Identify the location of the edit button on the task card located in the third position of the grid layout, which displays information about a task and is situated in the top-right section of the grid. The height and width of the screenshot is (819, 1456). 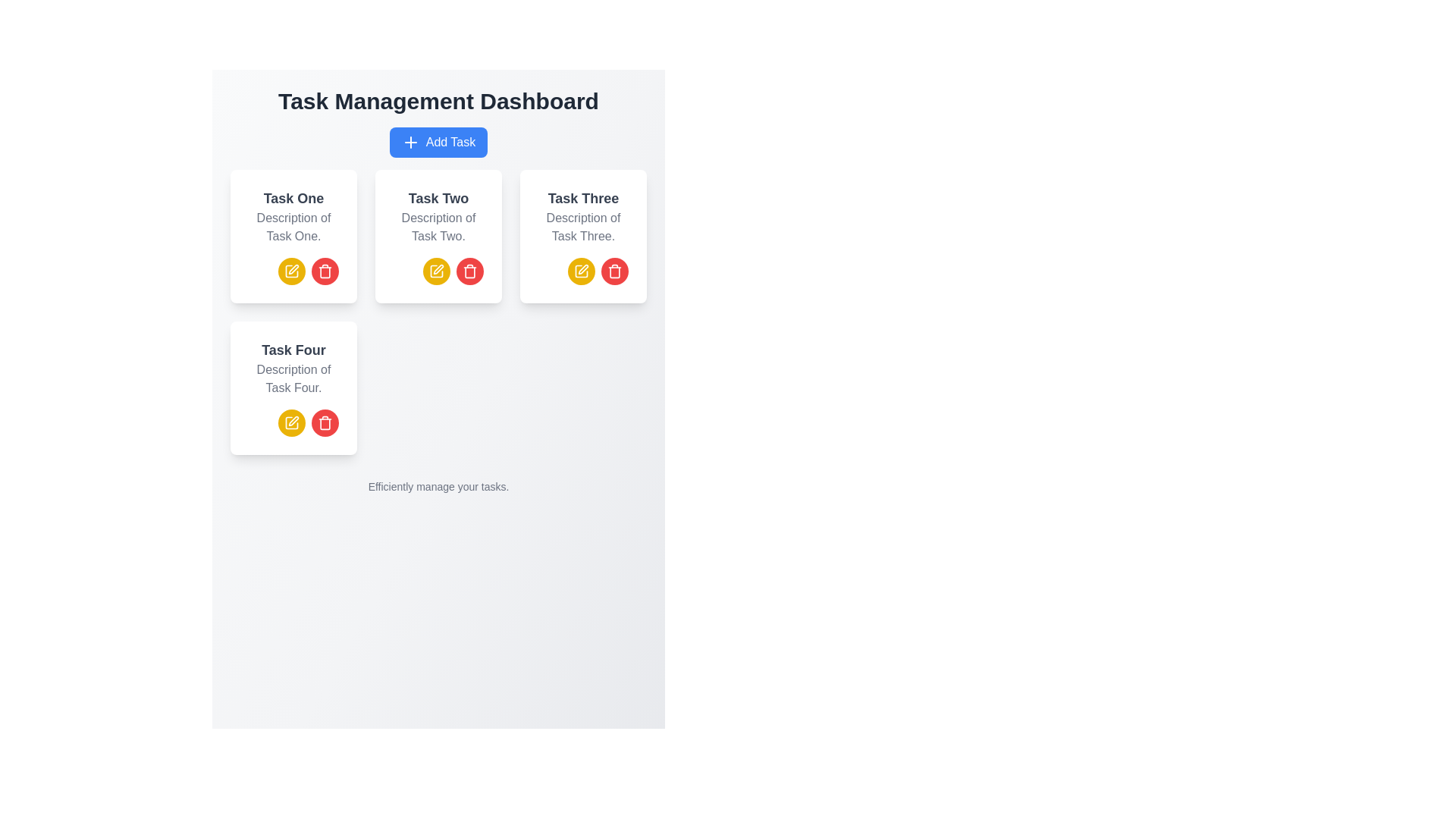
(582, 237).